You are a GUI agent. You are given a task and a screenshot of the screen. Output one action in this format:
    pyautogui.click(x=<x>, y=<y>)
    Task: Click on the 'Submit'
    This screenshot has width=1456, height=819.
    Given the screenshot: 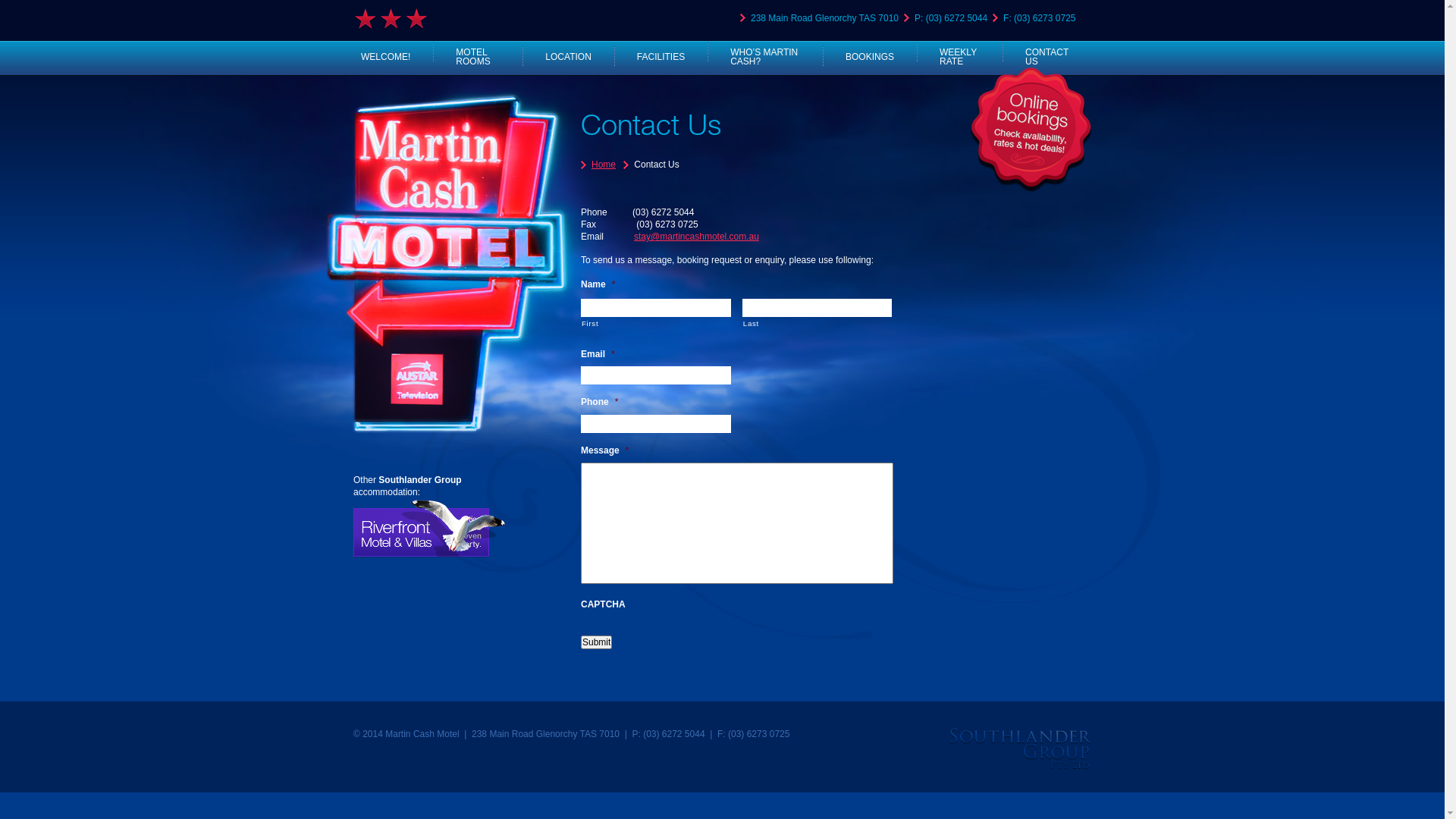 What is the action you would take?
    pyautogui.click(x=595, y=642)
    